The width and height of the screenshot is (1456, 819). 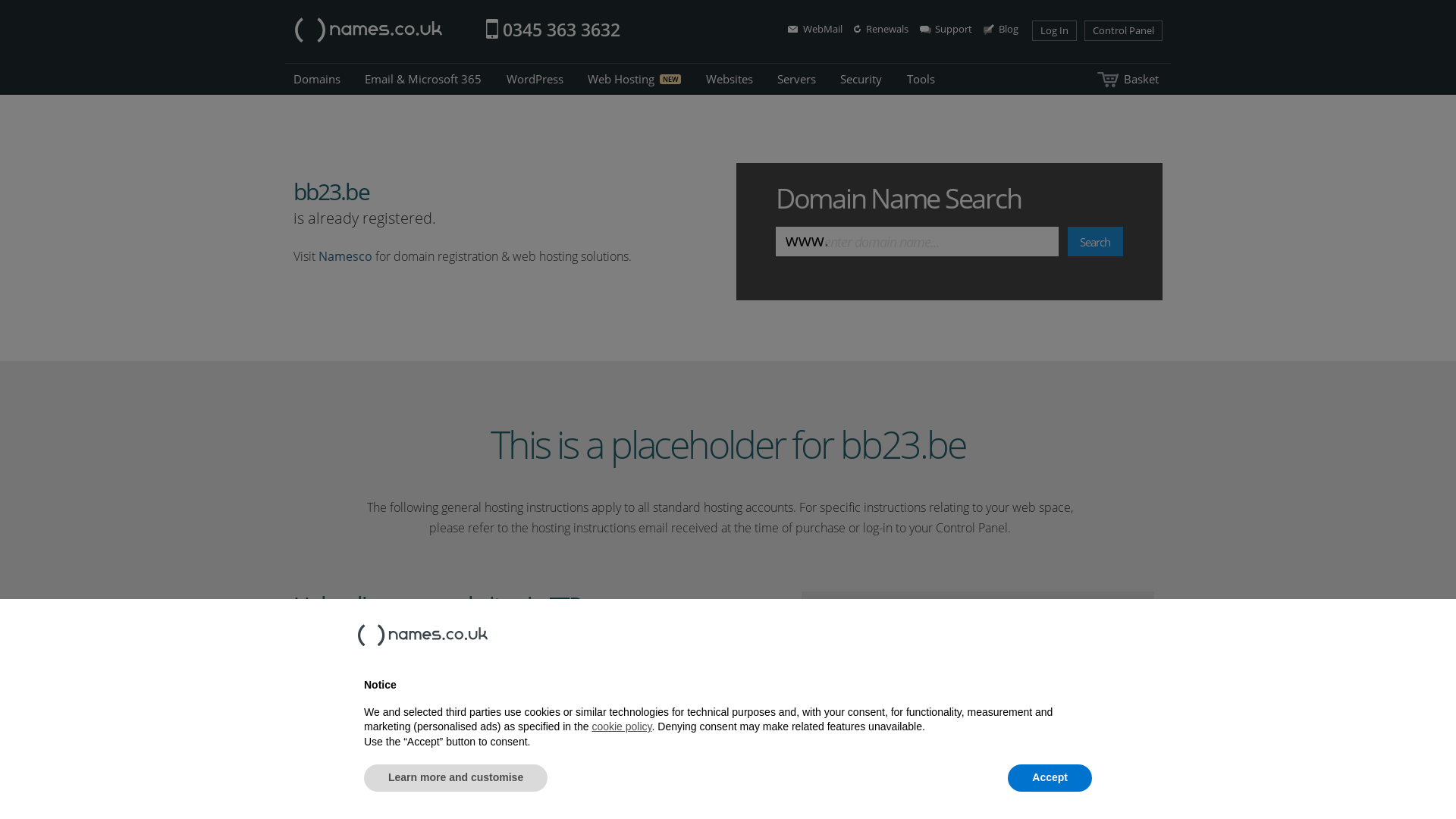 I want to click on 'Control Panel', so click(x=1084, y=30).